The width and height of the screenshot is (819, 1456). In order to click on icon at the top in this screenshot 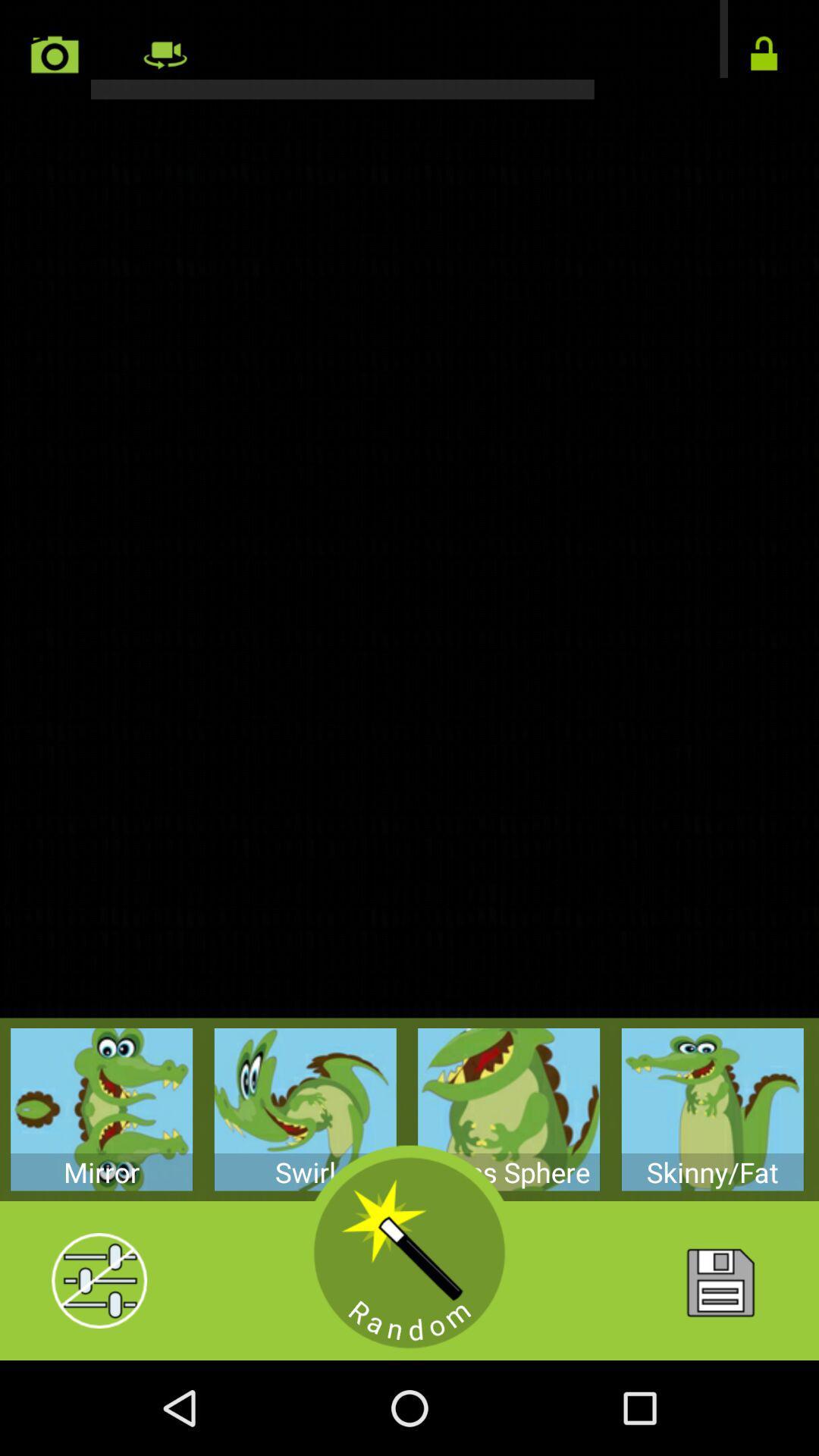, I will do `click(409, 49)`.